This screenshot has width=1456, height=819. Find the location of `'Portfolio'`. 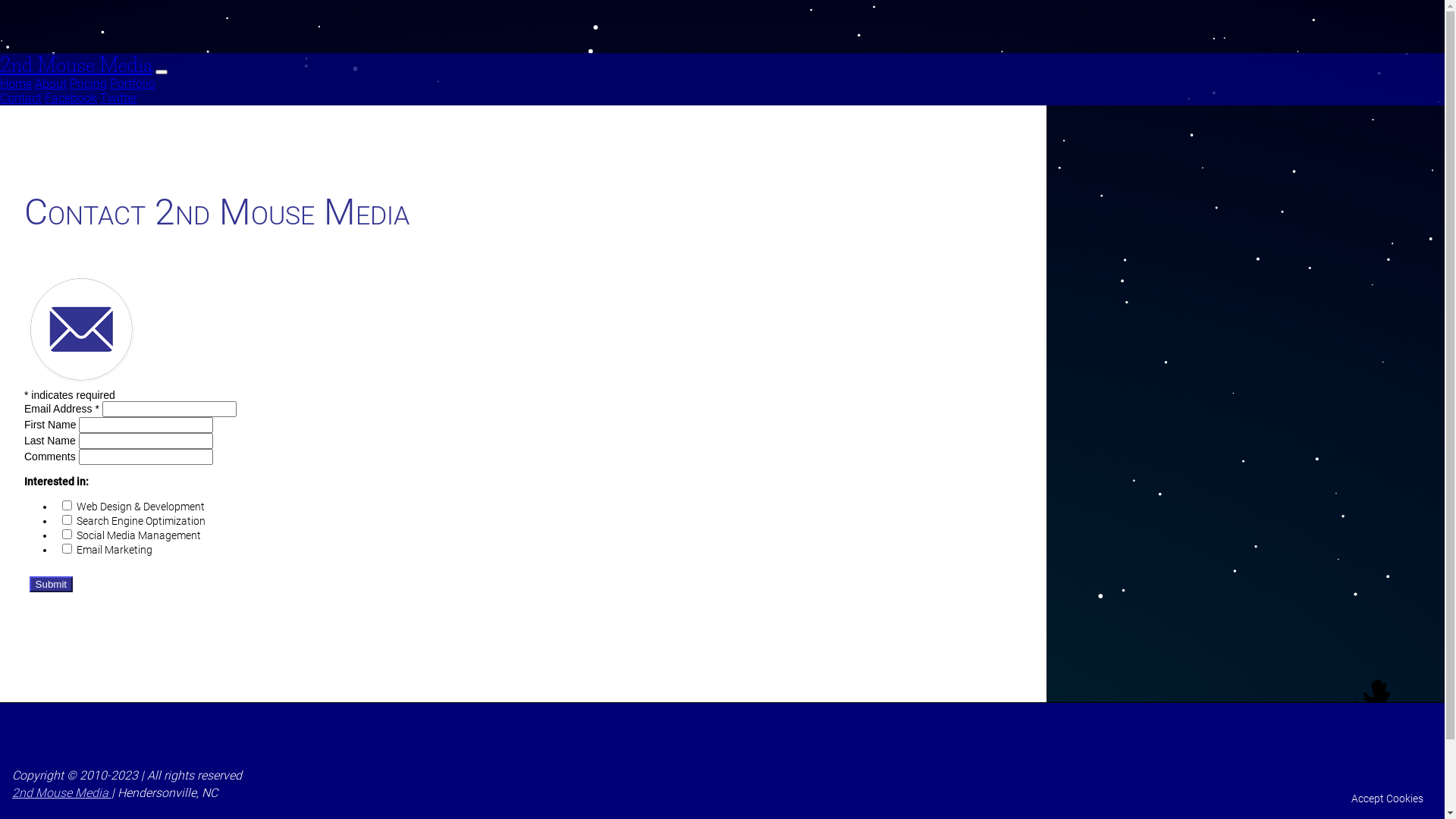

'Portfolio' is located at coordinates (132, 83).